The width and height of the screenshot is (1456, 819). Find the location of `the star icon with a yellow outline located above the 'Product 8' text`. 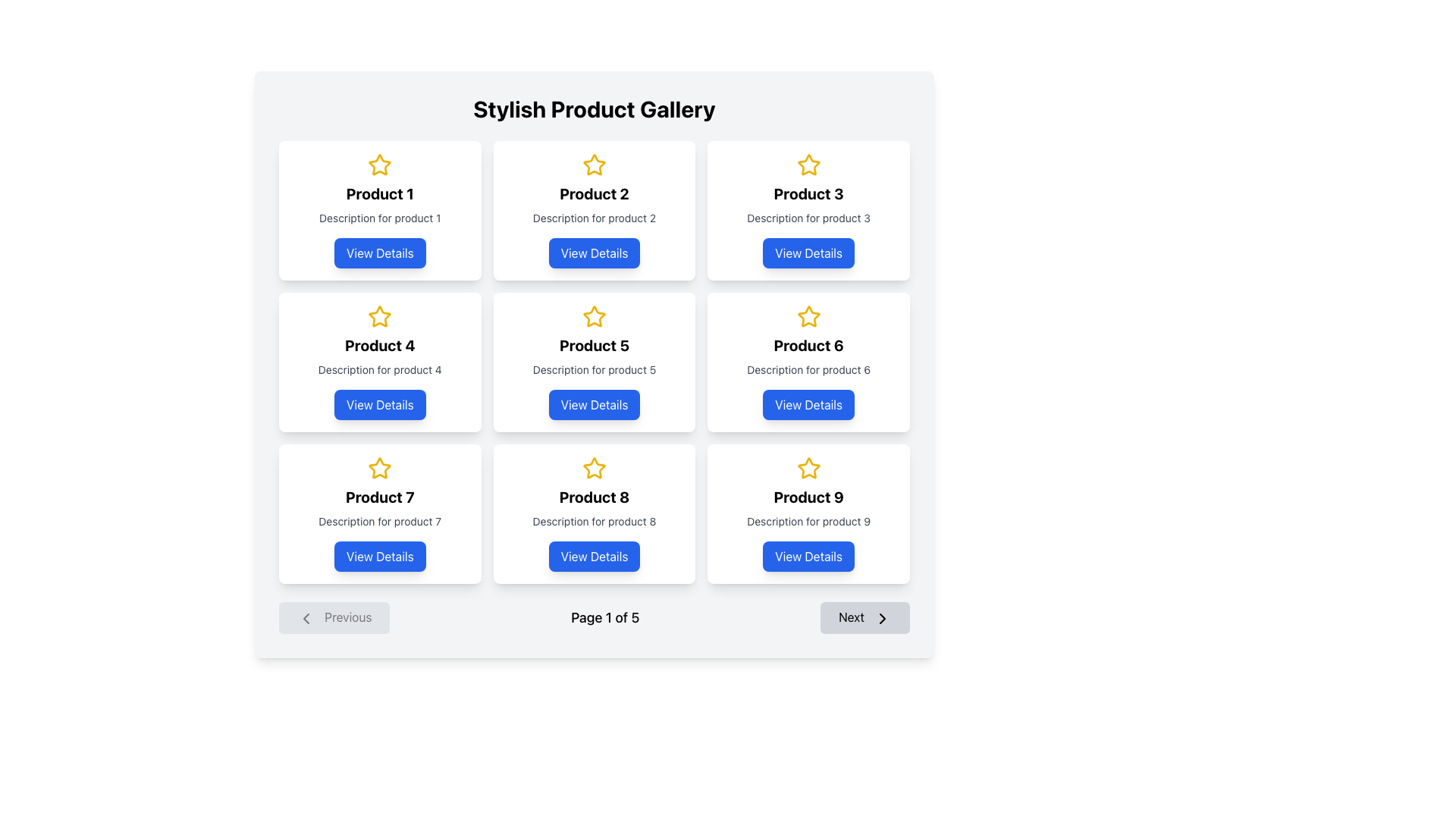

the star icon with a yellow outline located above the 'Product 8' text is located at coordinates (593, 467).